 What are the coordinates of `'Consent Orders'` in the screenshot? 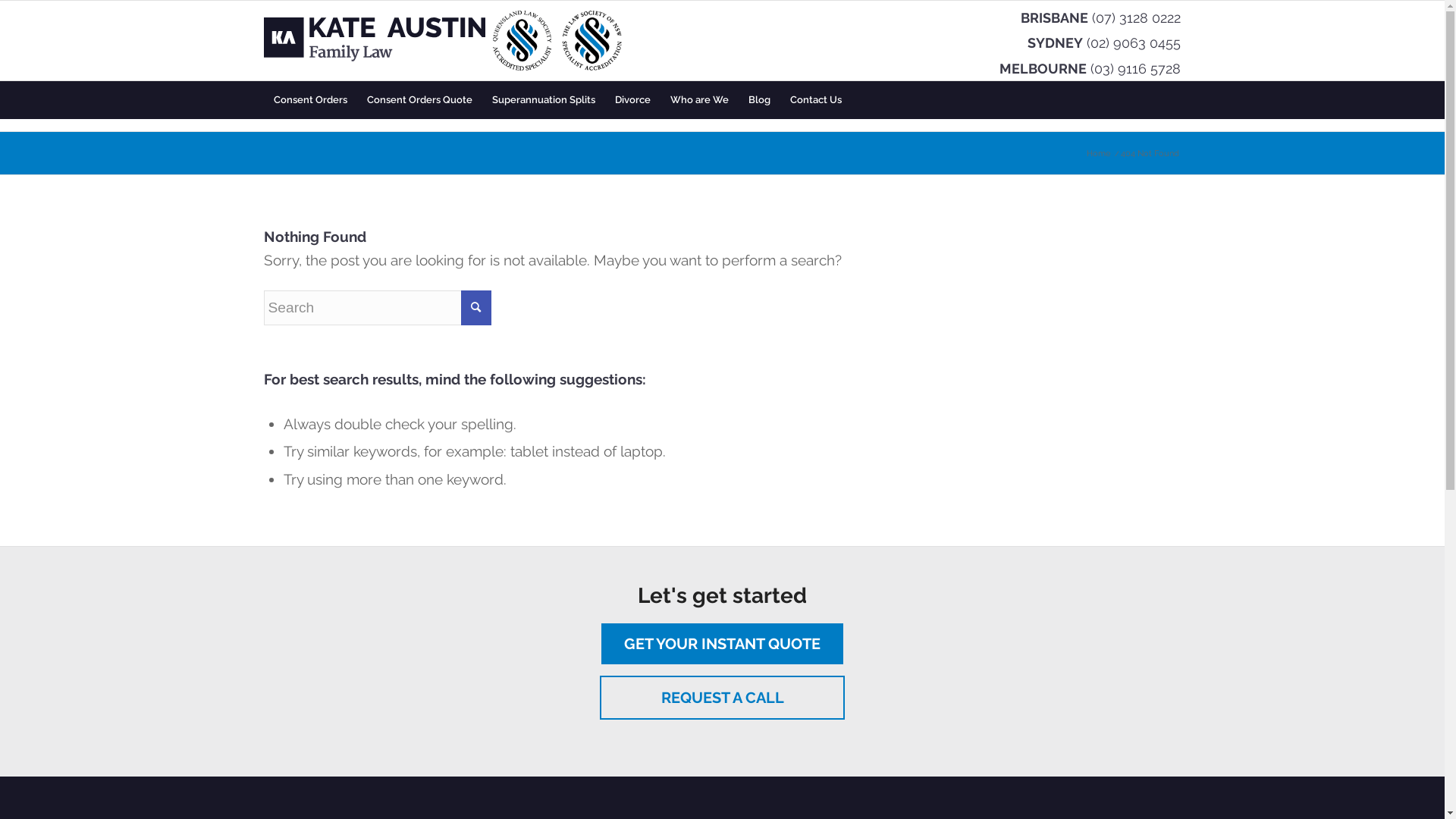 It's located at (309, 99).